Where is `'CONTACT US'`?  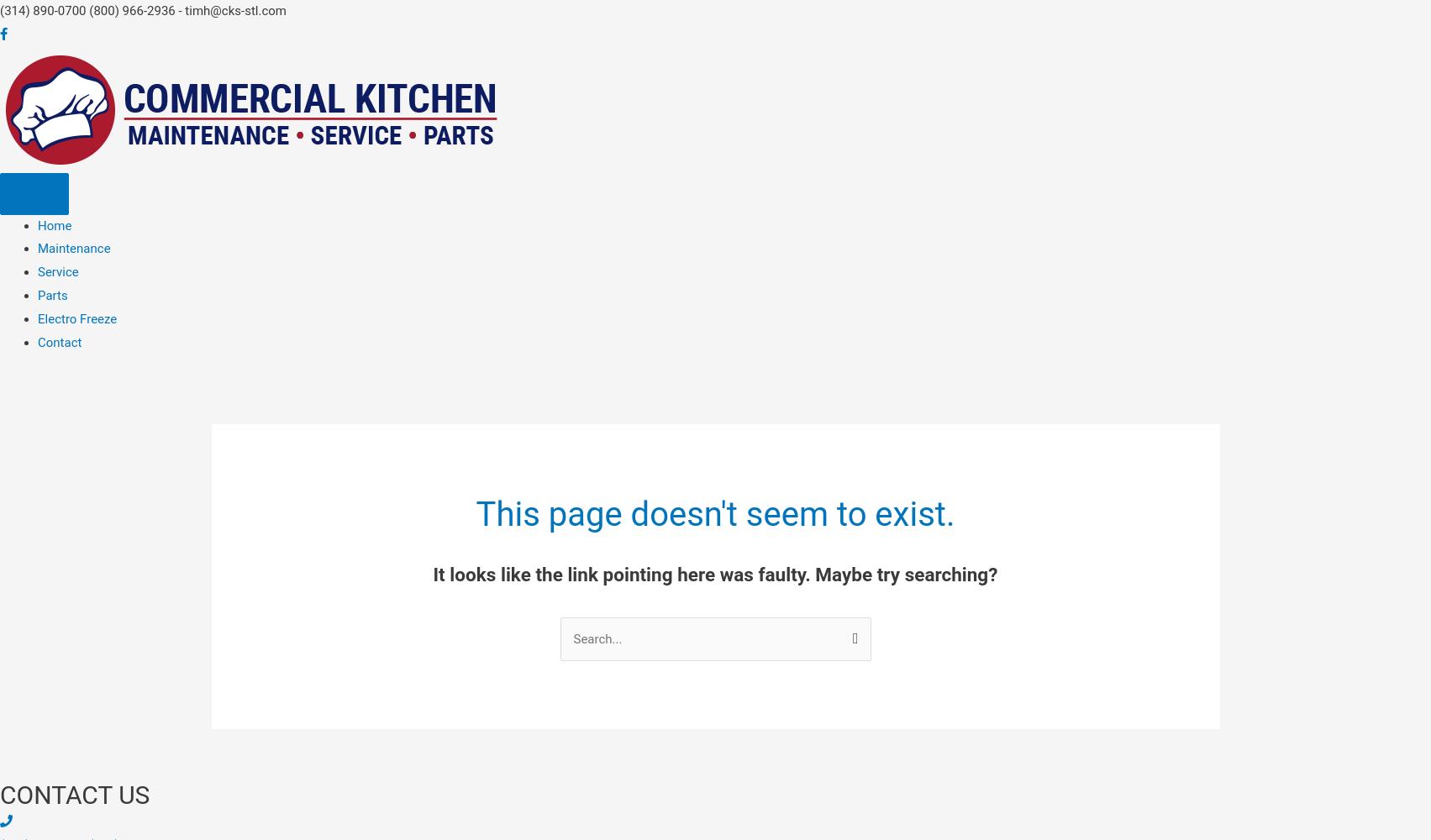 'CONTACT US' is located at coordinates (0, 793).